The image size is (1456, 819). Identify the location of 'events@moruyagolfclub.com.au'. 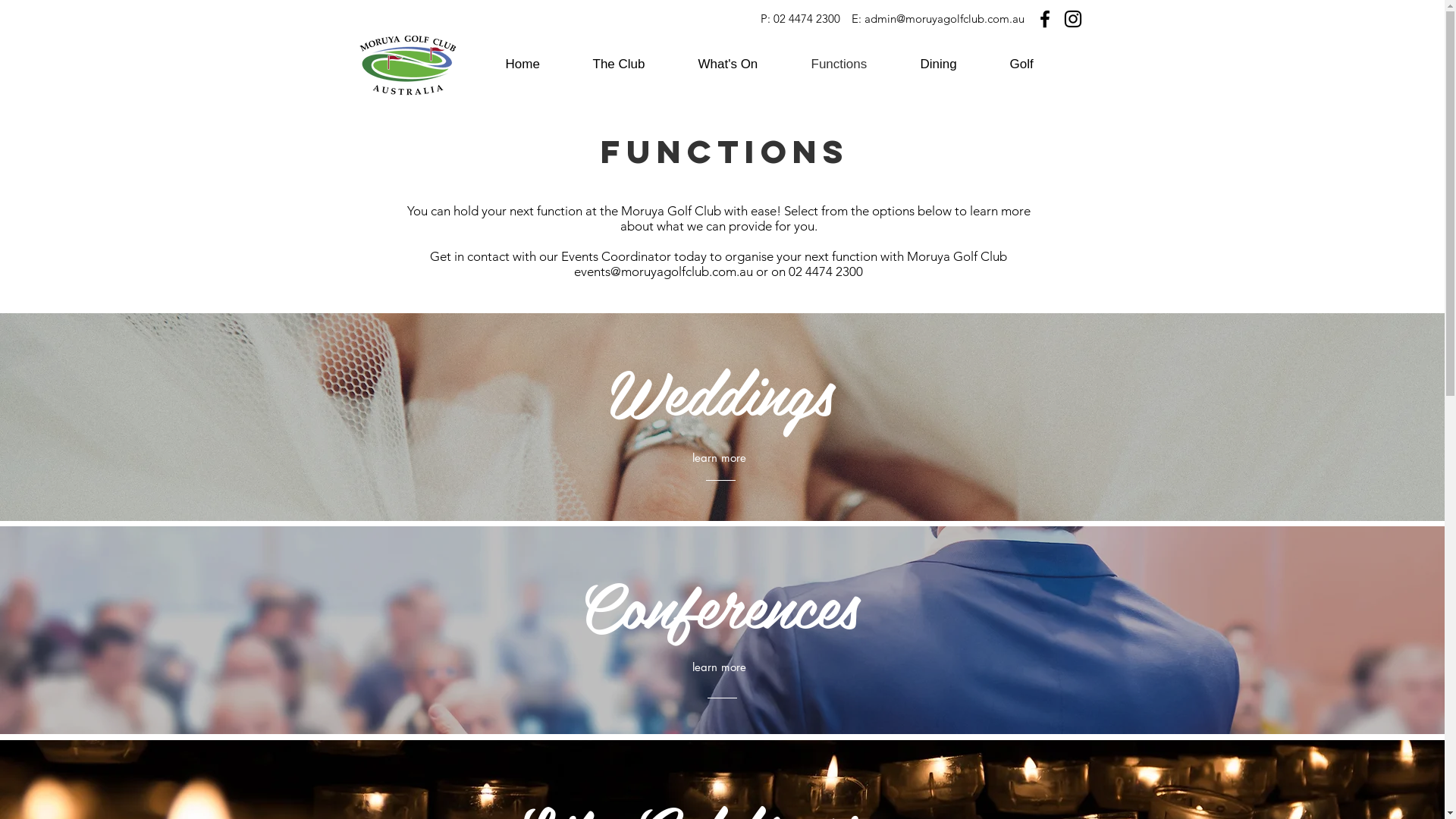
(663, 271).